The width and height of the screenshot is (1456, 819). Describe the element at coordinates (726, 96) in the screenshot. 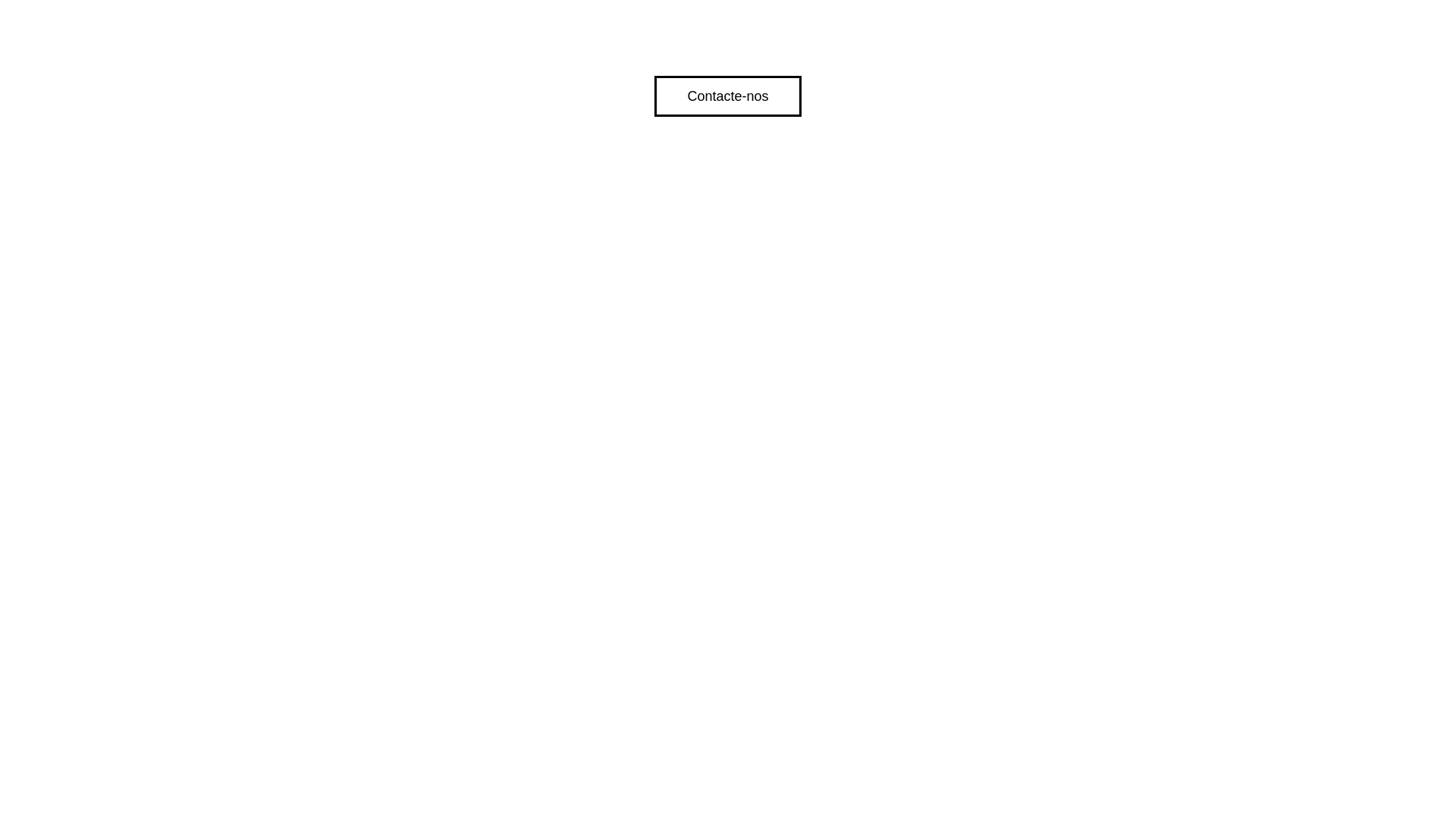

I see `'Contacte-nos'` at that location.